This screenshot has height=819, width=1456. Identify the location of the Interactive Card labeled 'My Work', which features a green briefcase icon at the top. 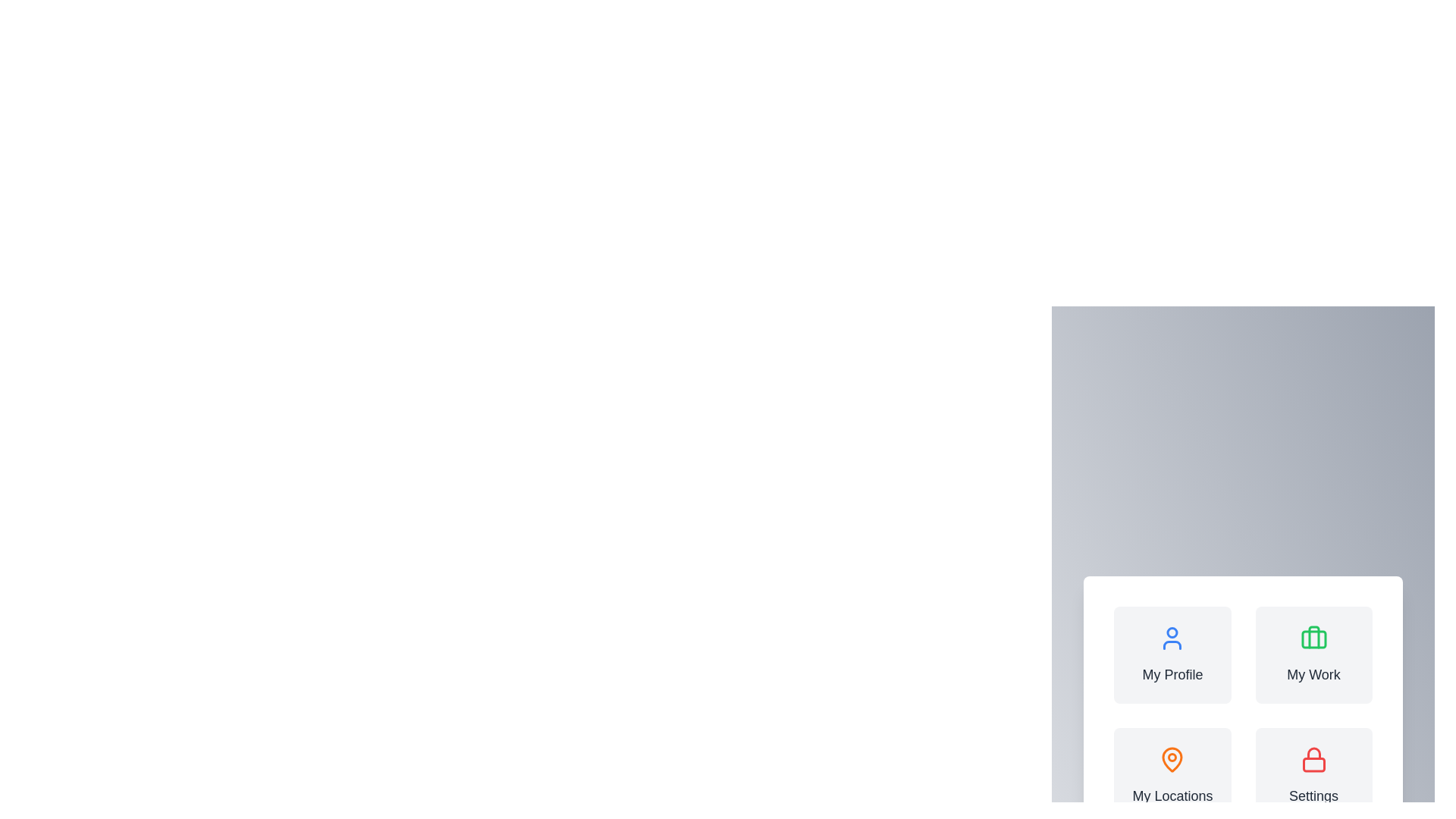
(1313, 654).